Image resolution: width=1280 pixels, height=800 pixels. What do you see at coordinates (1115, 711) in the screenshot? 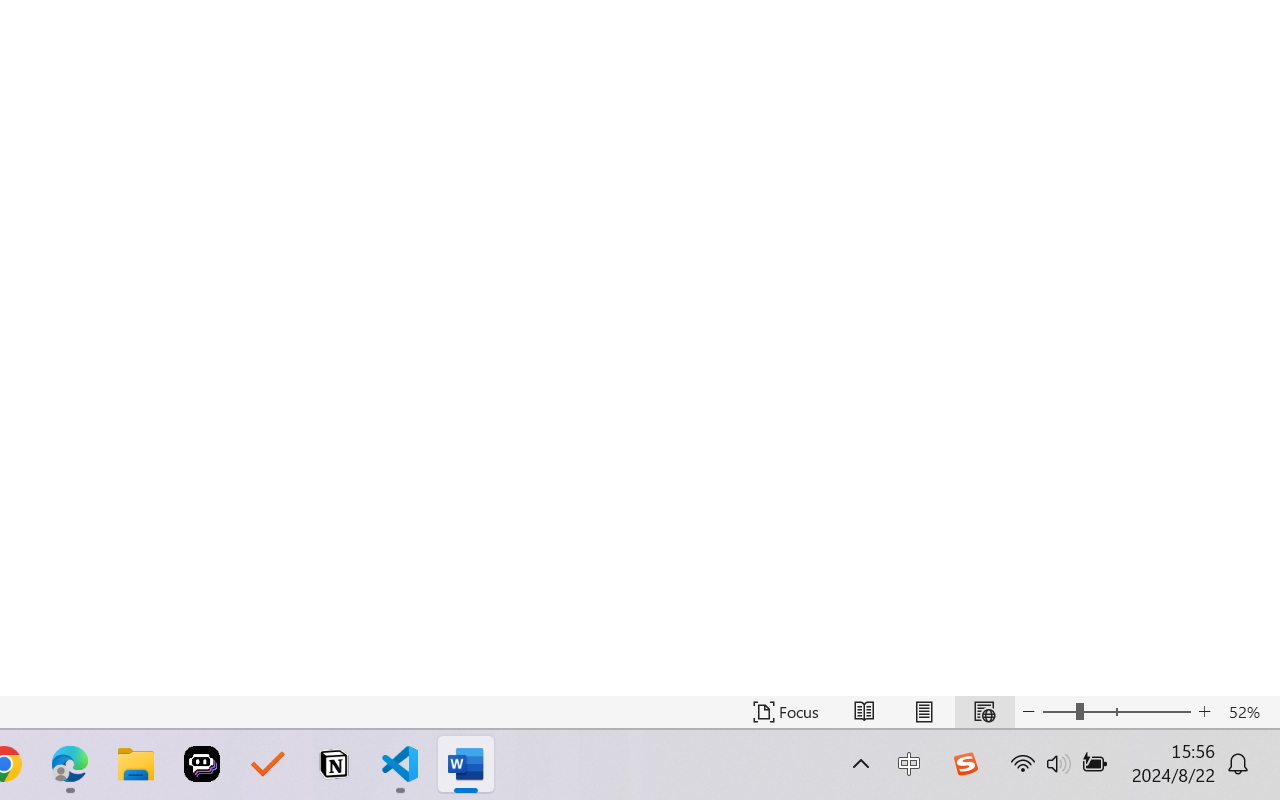
I see `'Zoom'` at bounding box center [1115, 711].